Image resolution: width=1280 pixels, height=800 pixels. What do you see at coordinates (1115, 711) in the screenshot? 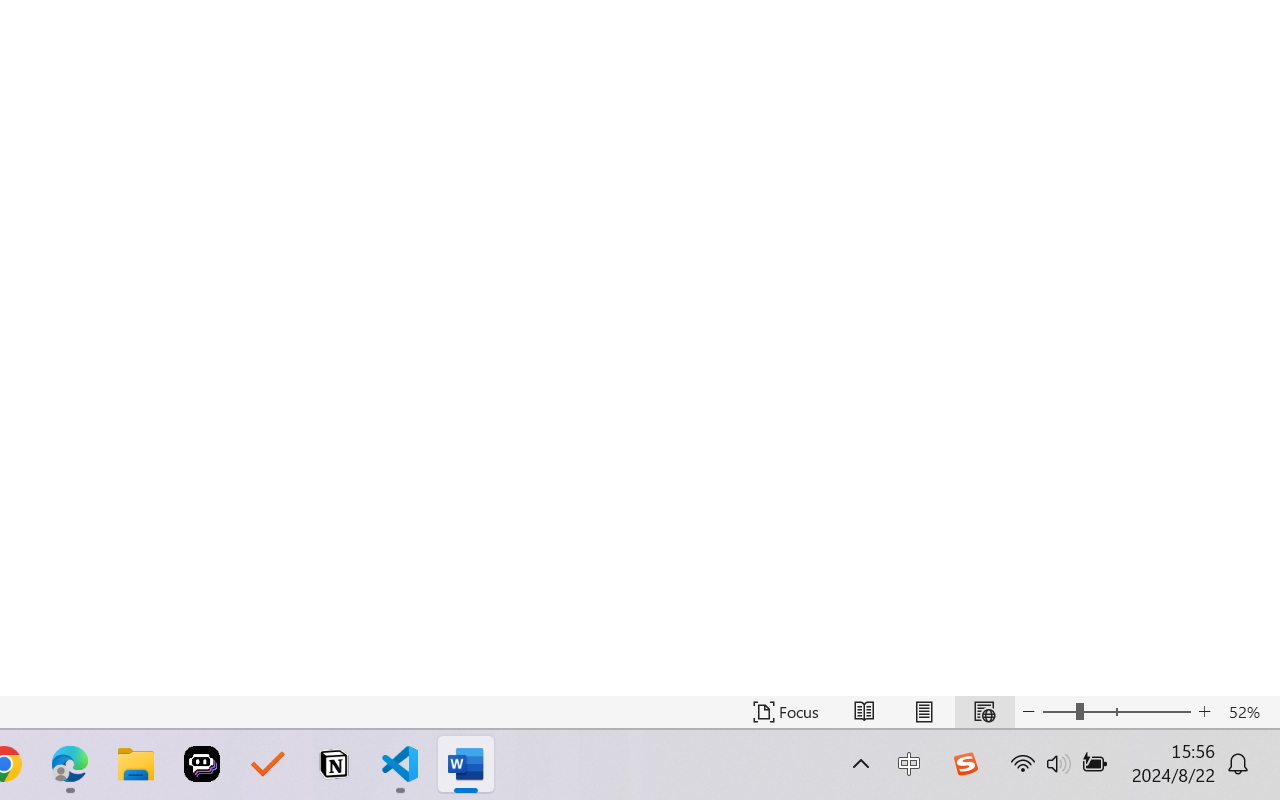
I see `'Zoom'` at bounding box center [1115, 711].